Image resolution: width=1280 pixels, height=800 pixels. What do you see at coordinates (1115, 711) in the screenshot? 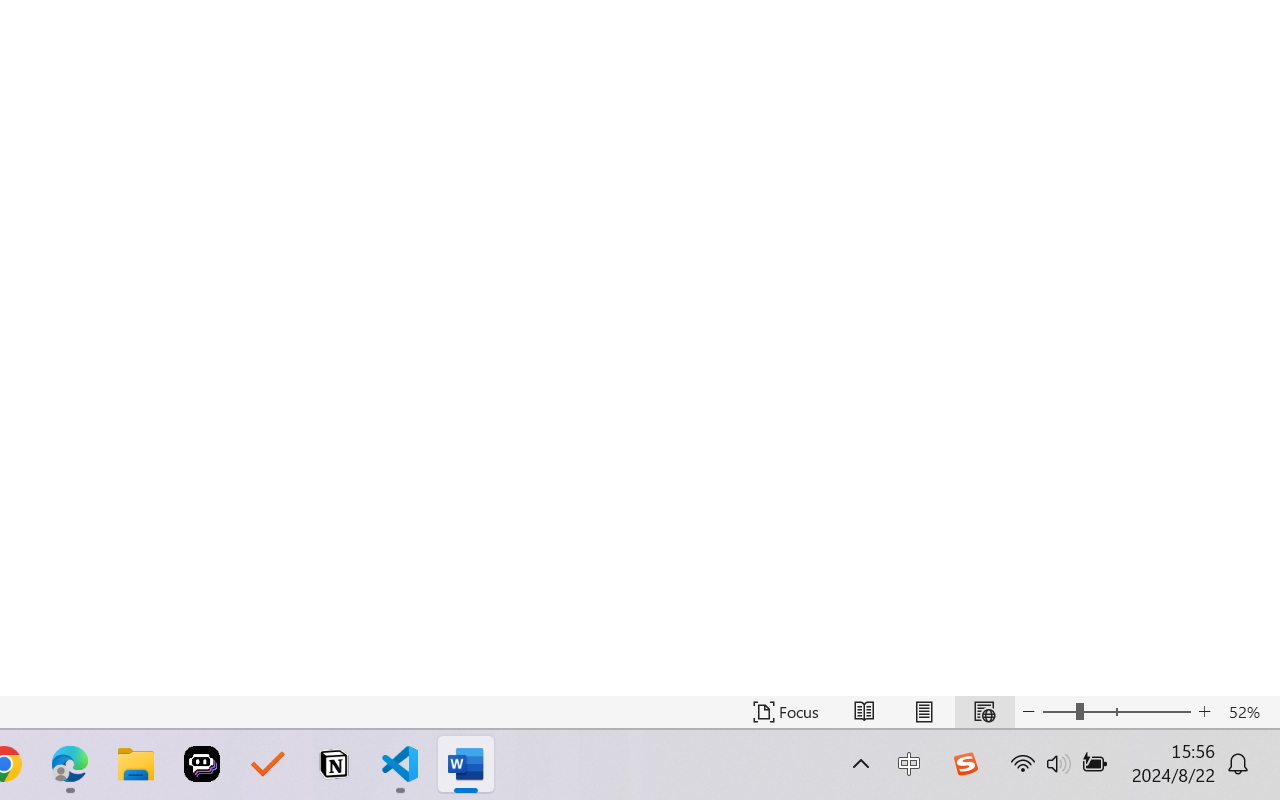
I see `'Zoom'` at bounding box center [1115, 711].